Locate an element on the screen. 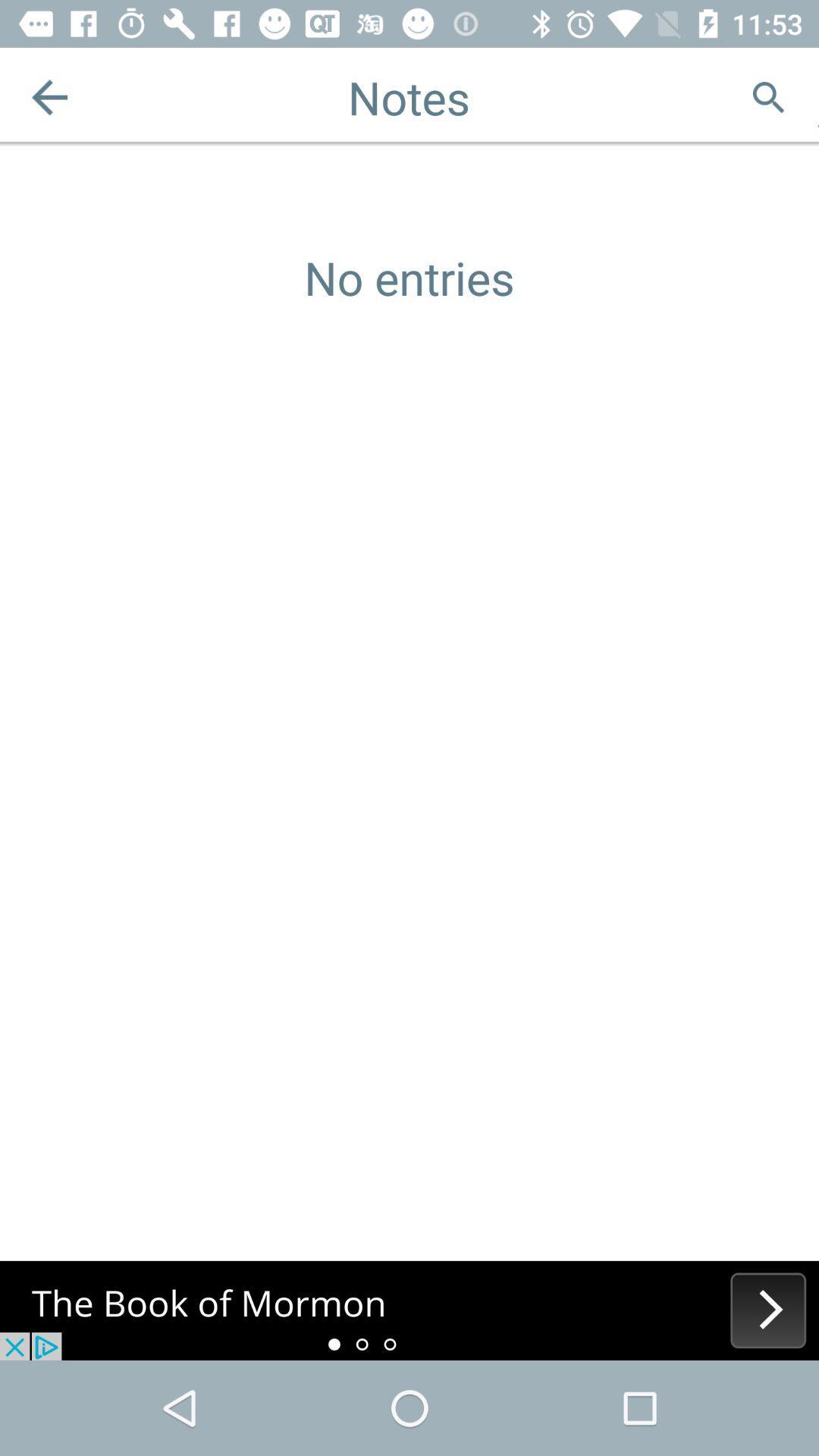 The image size is (819, 1456). go back is located at coordinates (49, 96).